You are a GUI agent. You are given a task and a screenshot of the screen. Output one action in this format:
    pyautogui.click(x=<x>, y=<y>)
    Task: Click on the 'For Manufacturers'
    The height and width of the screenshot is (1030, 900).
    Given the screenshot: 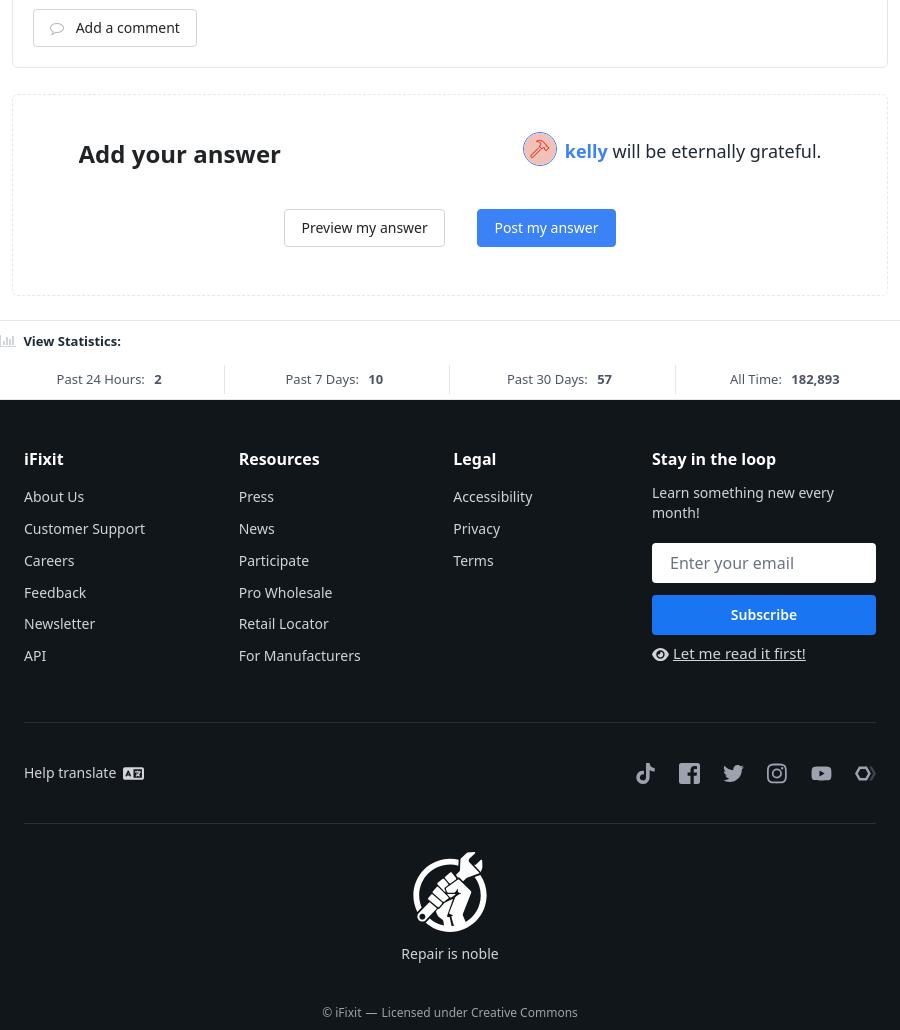 What is the action you would take?
    pyautogui.click(x=297, y=903)
    